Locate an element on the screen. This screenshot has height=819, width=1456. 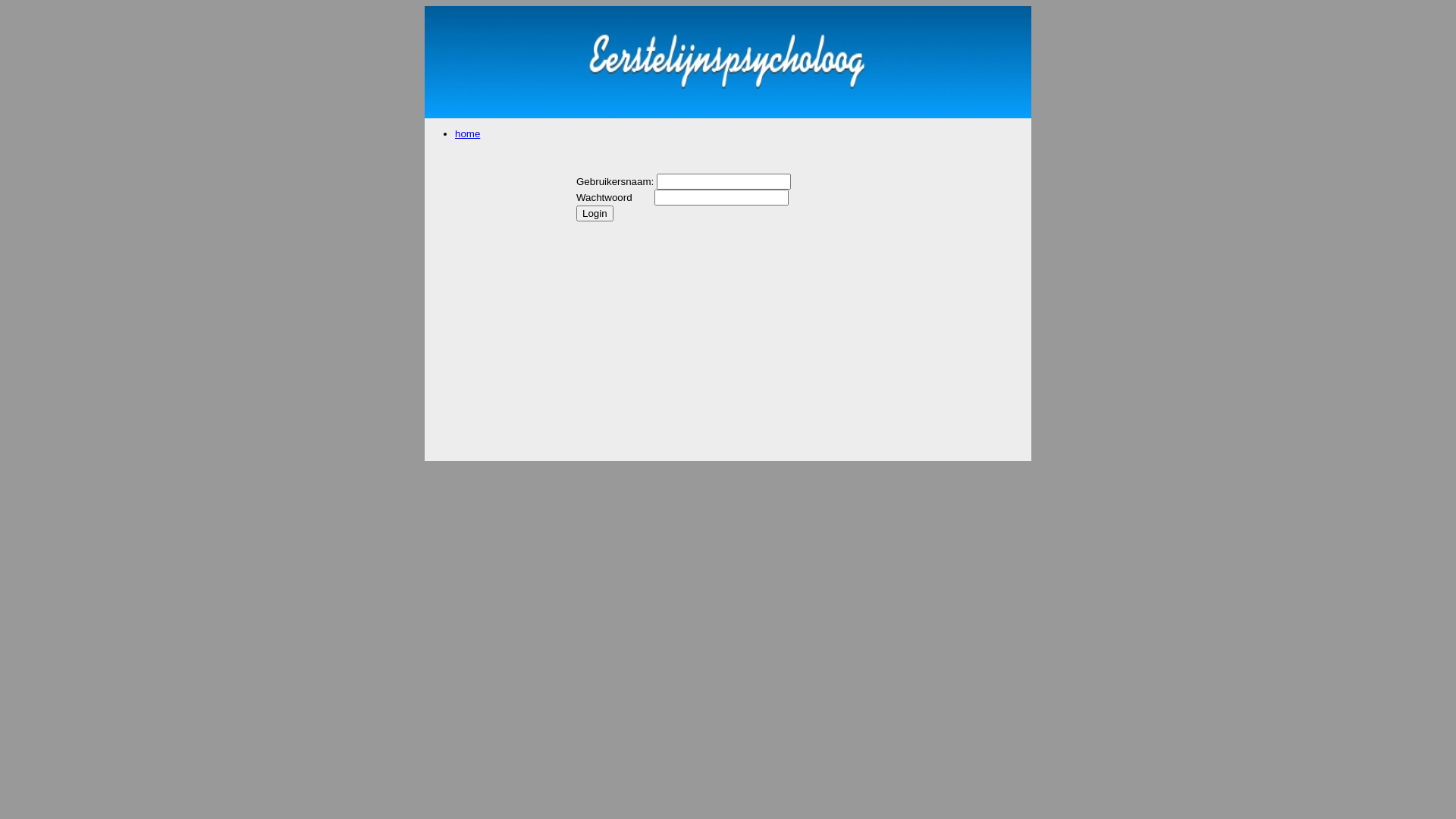
'home' is located at coordinates (466, 133).